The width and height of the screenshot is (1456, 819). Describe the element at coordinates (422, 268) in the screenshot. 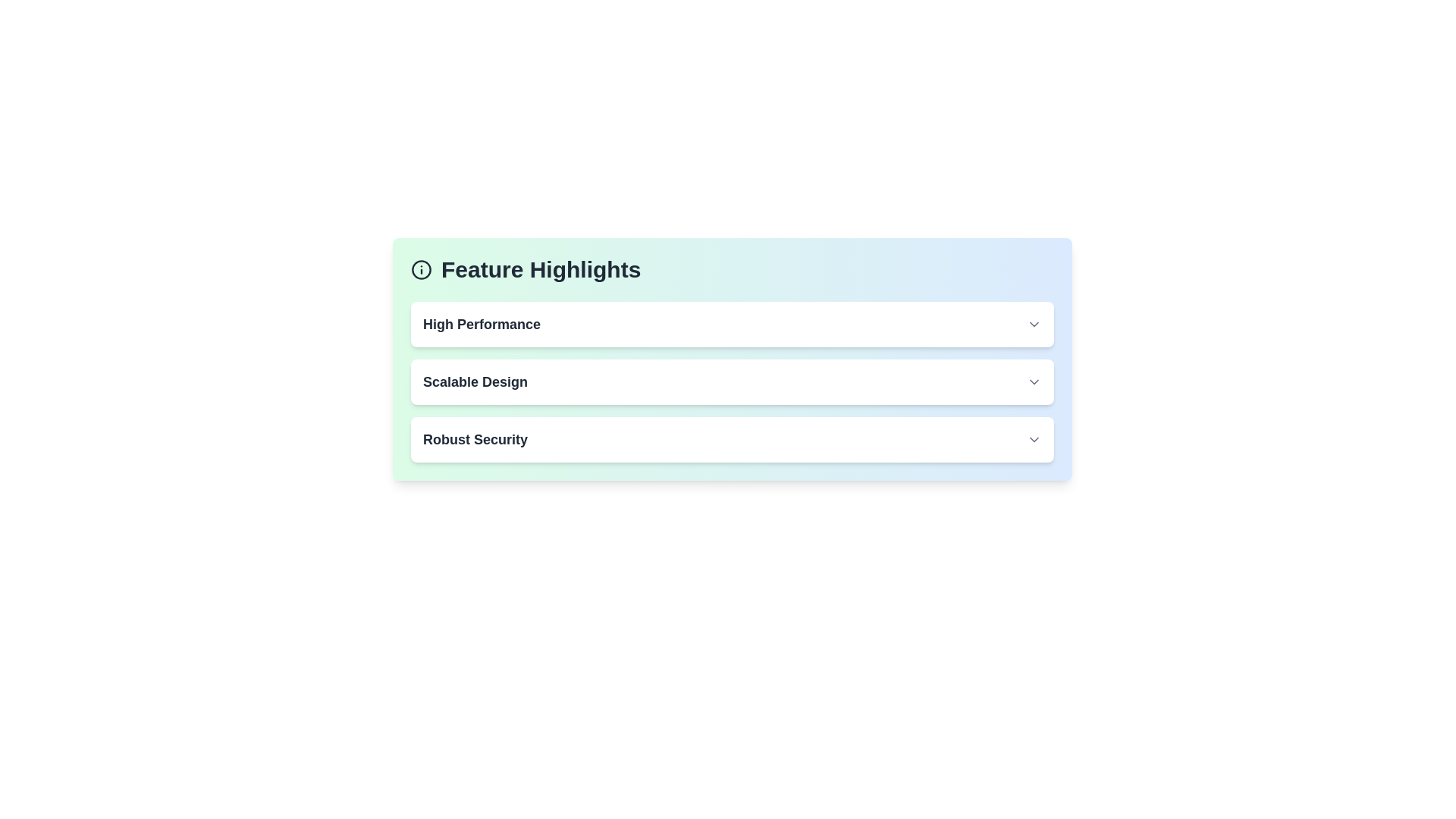

I see `the circular icon located in the top left corner of the feature highlights section, which serves as a decorative or informative icon` at that location.